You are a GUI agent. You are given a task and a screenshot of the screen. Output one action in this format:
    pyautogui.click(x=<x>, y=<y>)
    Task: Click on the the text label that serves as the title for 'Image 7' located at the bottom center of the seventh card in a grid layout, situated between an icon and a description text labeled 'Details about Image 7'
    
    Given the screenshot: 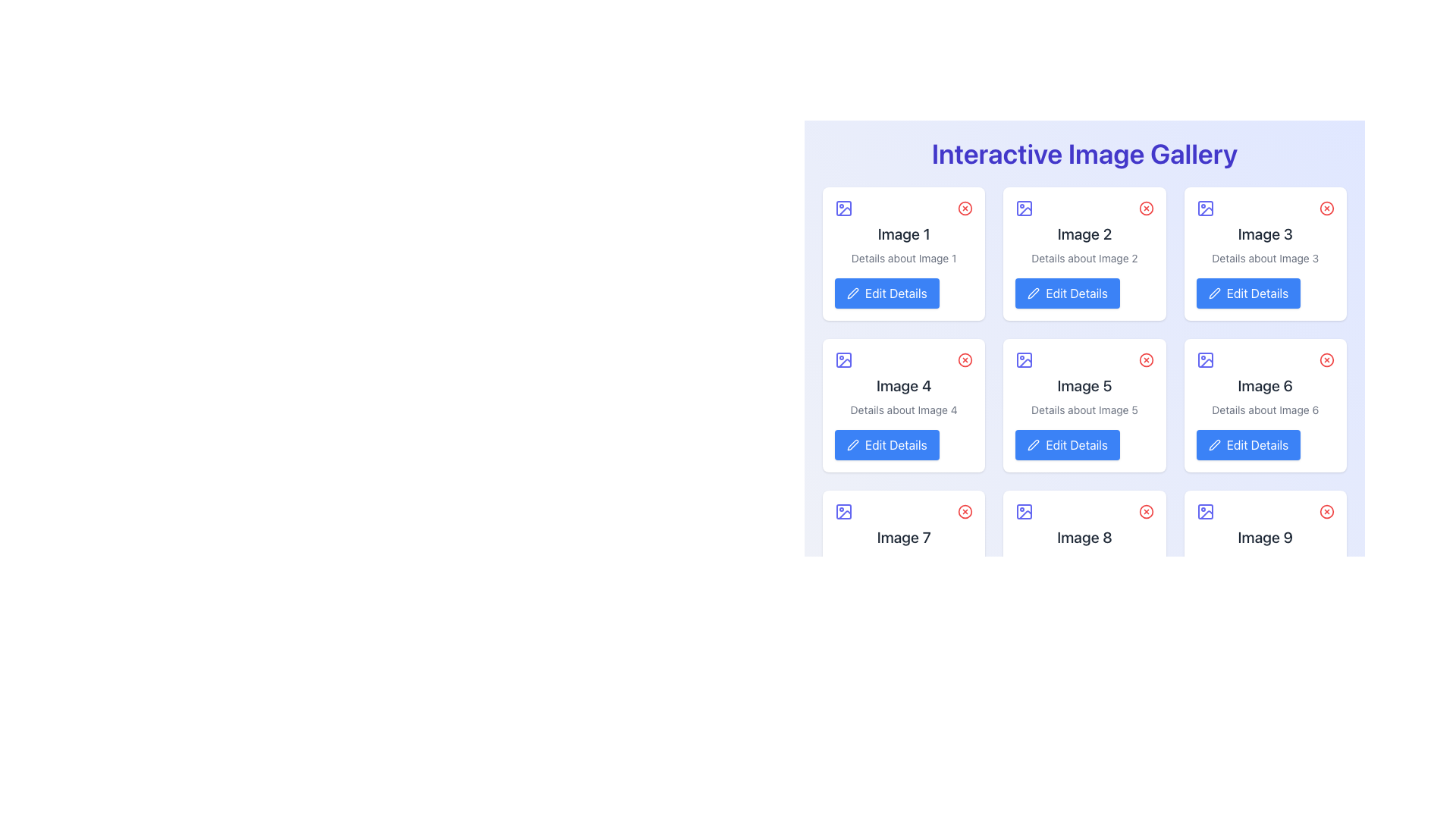 What is the action you would take?
    pyautogui.click(x=904, y=537)
    